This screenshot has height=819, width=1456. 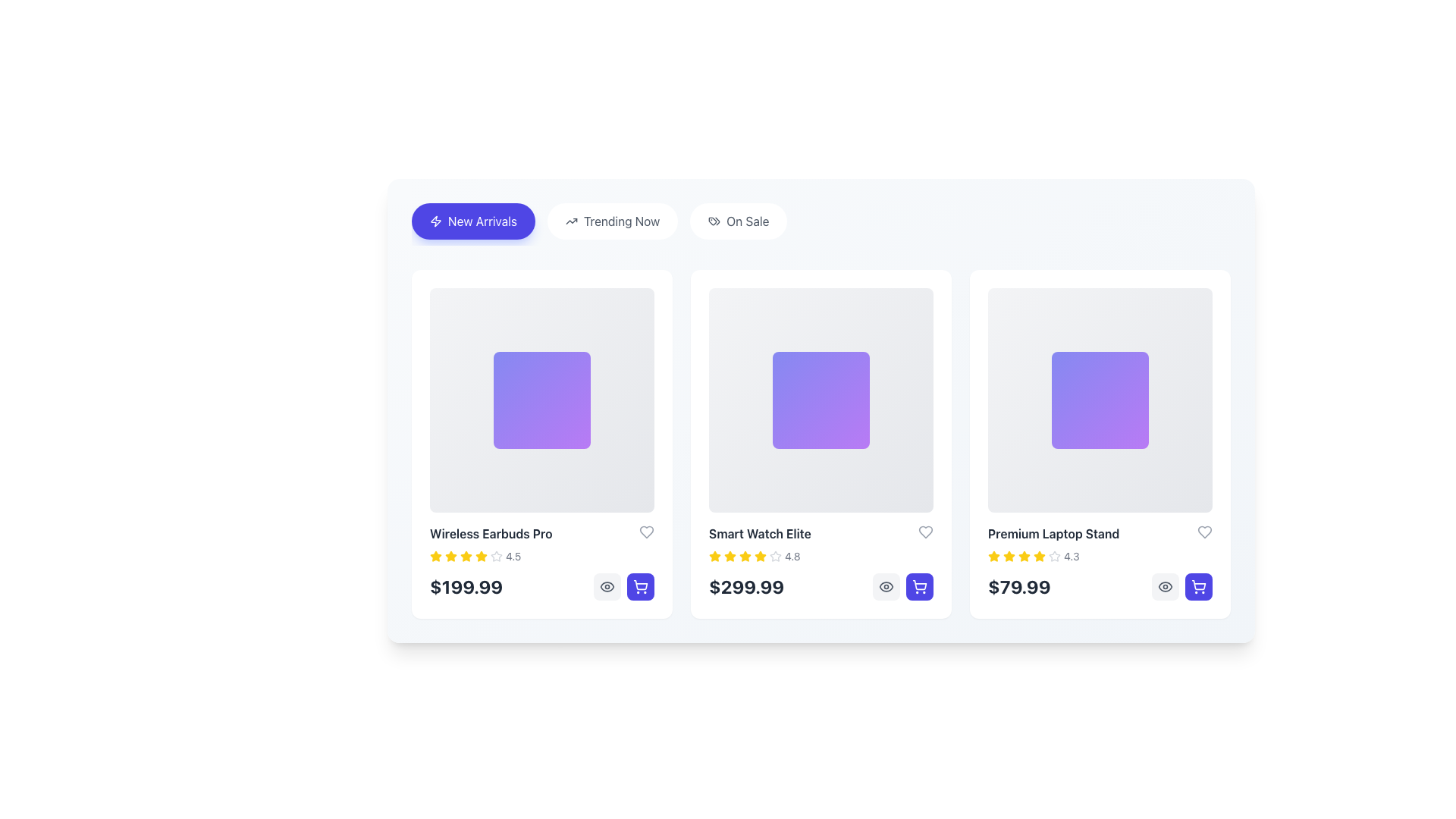 I want to click on the text label displaying the average user rating for the 'Wireless Earbuds Pro', which is positioned to the right of the star rating representation, so click(x=513, y=556).